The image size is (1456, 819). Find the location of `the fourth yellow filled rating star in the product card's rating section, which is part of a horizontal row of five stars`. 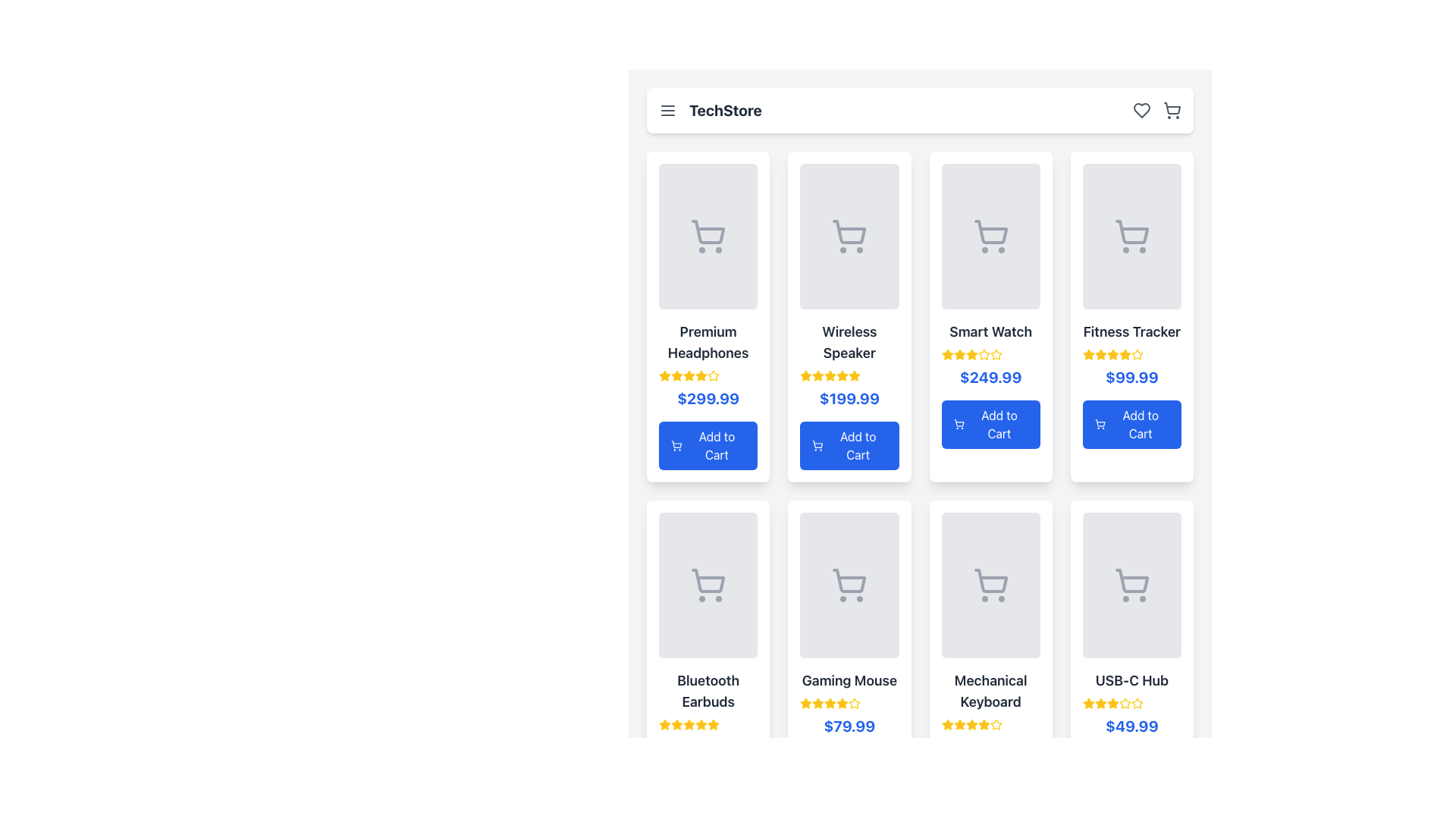

the fourth yellow filled rating star in the product card's rating section, which is part of a horizontal row of five stars is located at coordinates (688, 375).